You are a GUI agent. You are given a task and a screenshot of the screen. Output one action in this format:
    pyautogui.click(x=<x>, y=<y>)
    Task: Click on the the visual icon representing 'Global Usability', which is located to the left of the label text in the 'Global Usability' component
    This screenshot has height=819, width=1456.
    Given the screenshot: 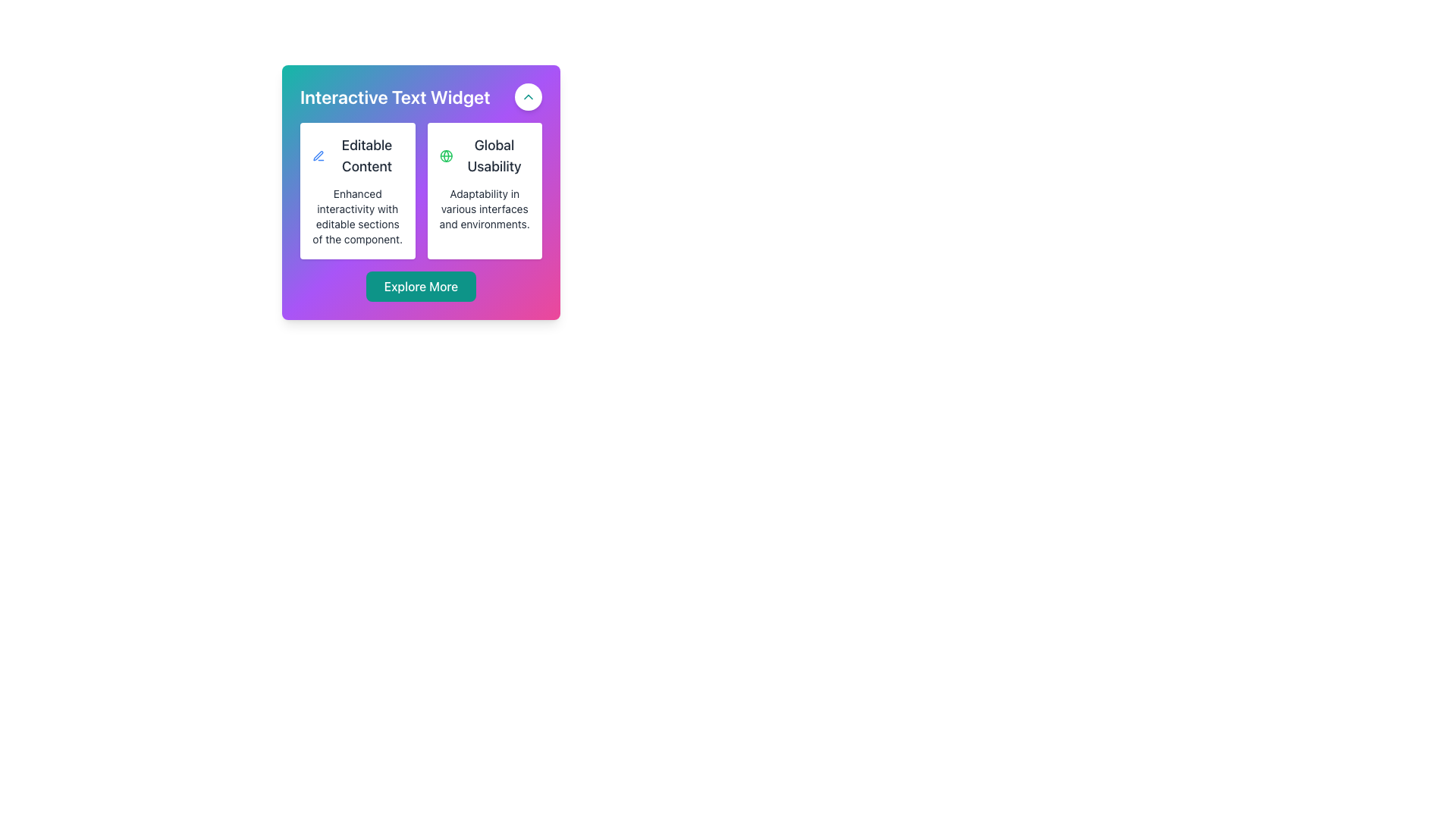 What is the action you would take?
    pyautogui.click(x=445, y=155)
    